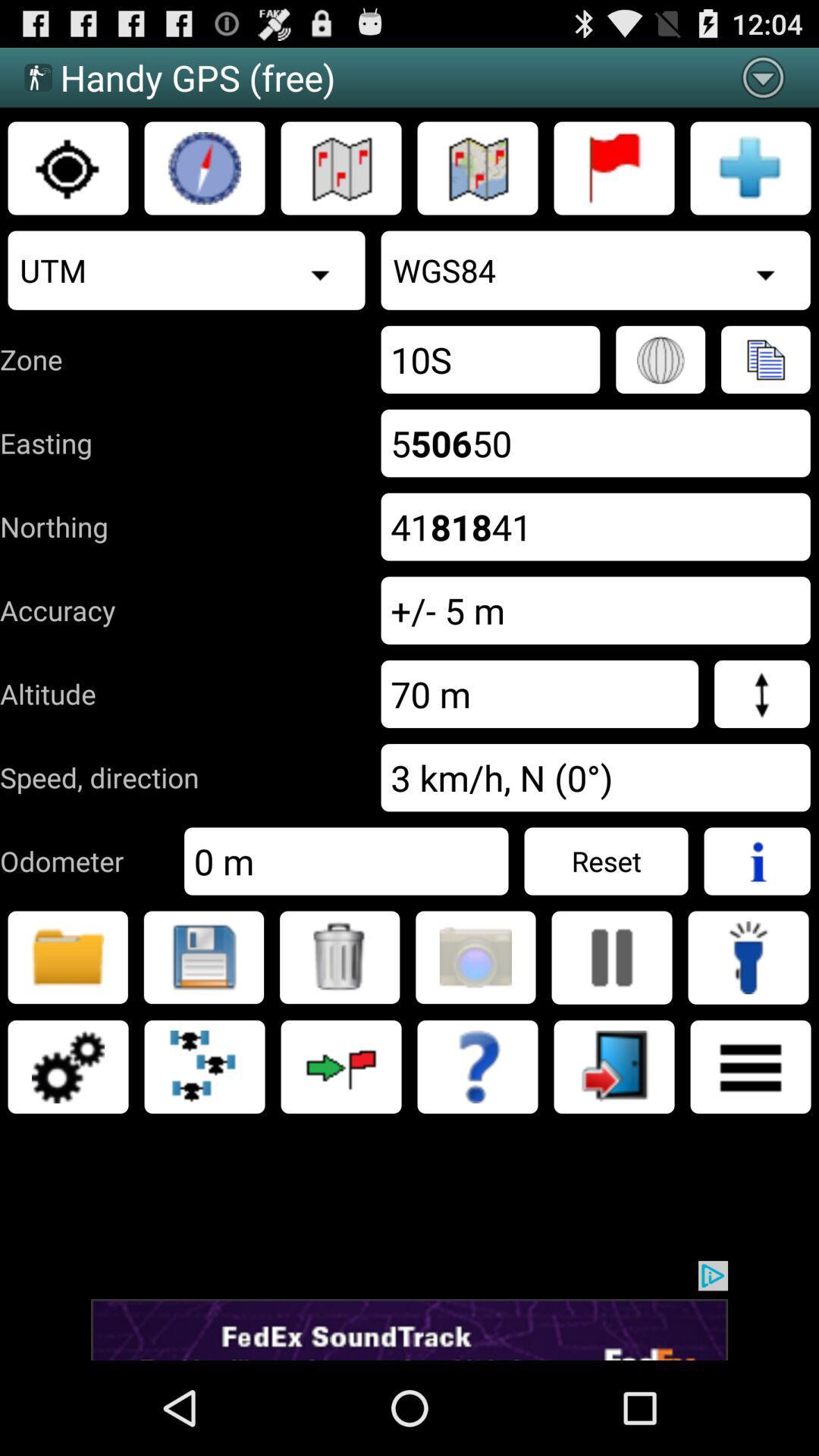 The image size is (819, 1456). What do you see at coordinates (339, 956) in the screenshot?
I see `move to trash` at bounding box center [339, 956].